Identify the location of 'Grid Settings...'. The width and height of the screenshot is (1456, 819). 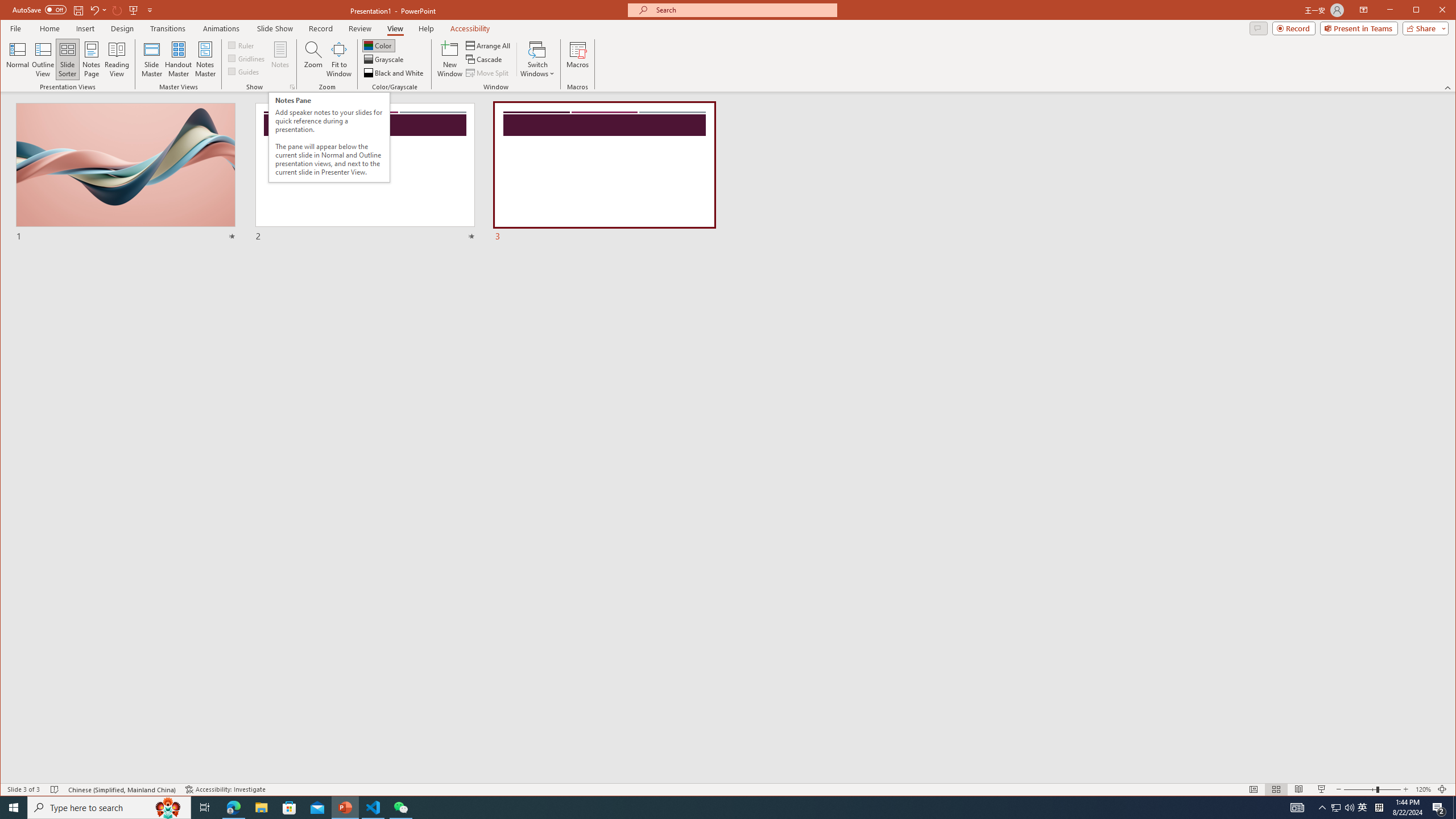
(292, 87).